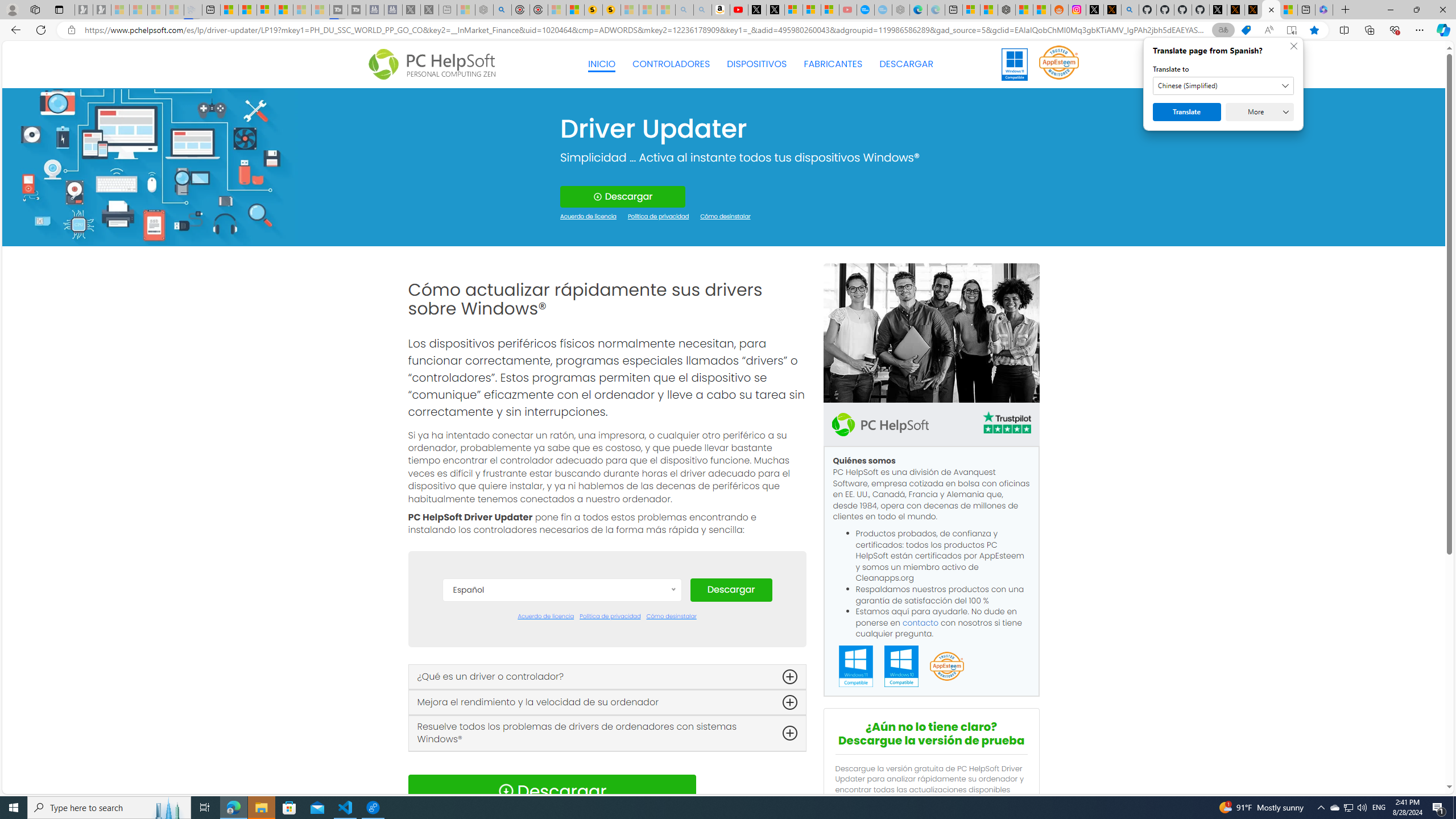  Describe the element at coordinates (1246, 30) in the screenshot. I see `'Shopping in Microsoft Edge'` at that location.